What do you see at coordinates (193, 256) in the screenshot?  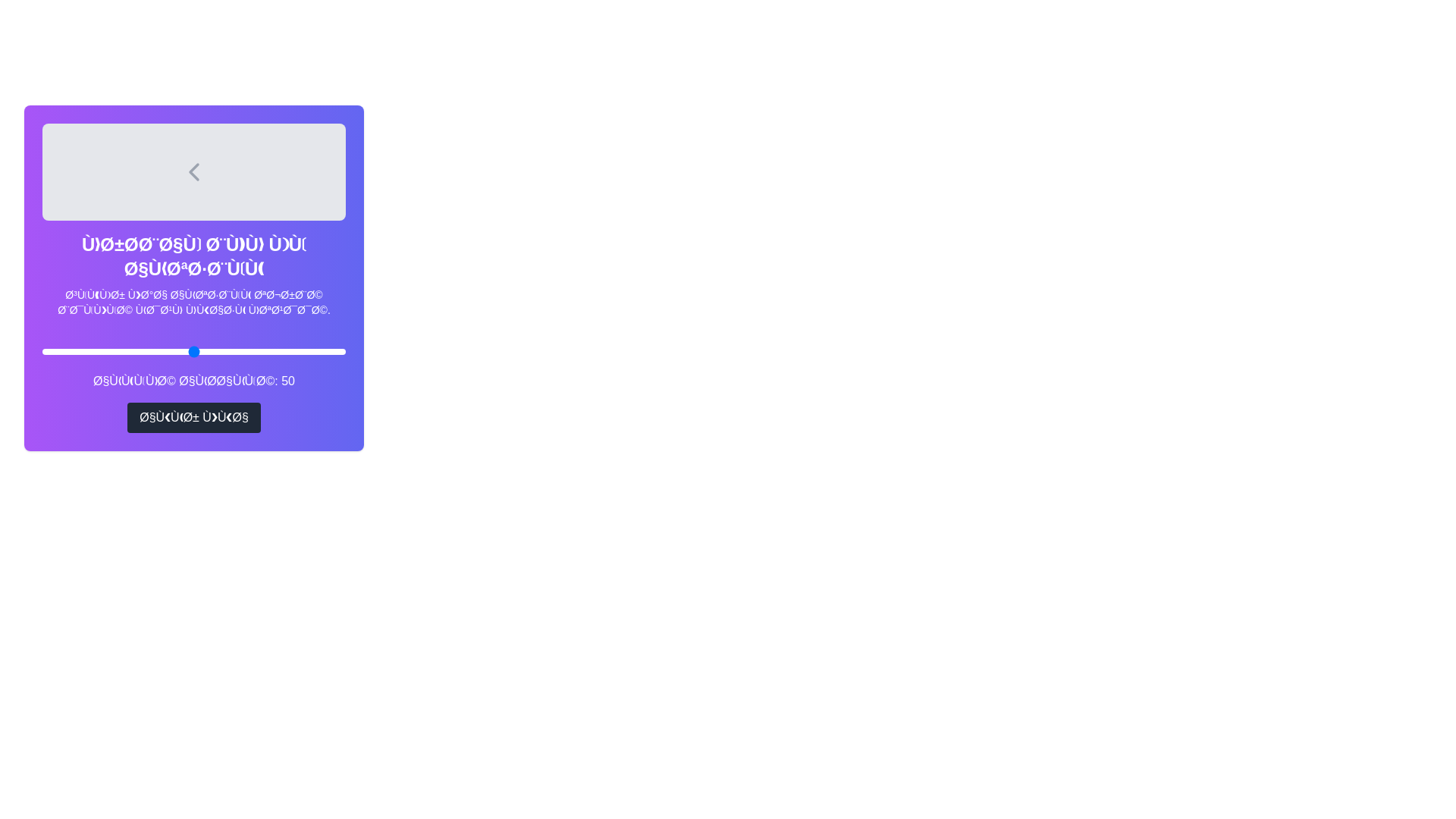 I see `the centered text label with bold white font on a gradient background, located below the navigation icon area` at bounding box center [193, 256].